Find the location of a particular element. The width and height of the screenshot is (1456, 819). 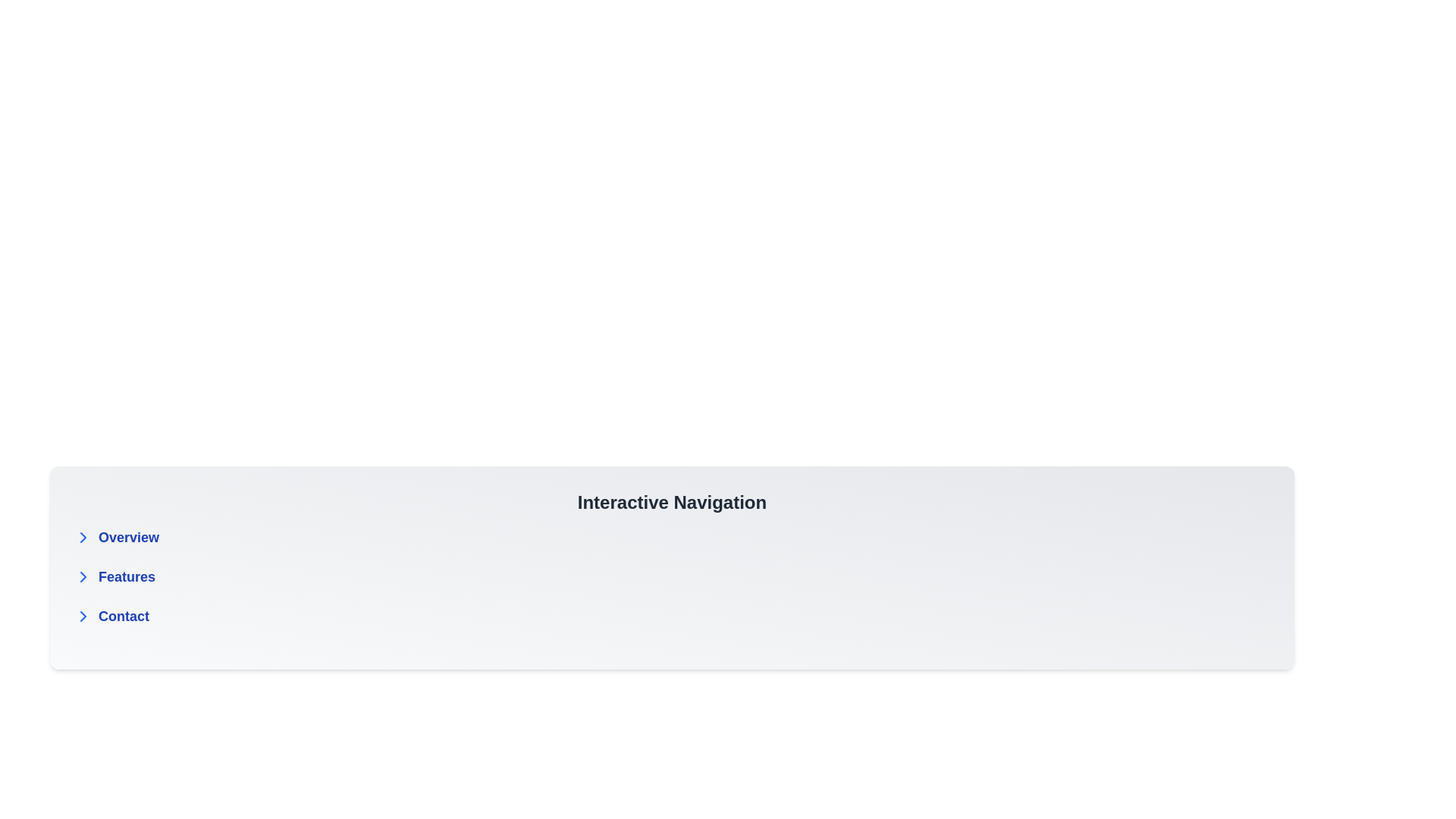

the text label within the first horizontal navigation item at the top of the list, which leads to an overview or summary section is located at coordinates (129, 537).